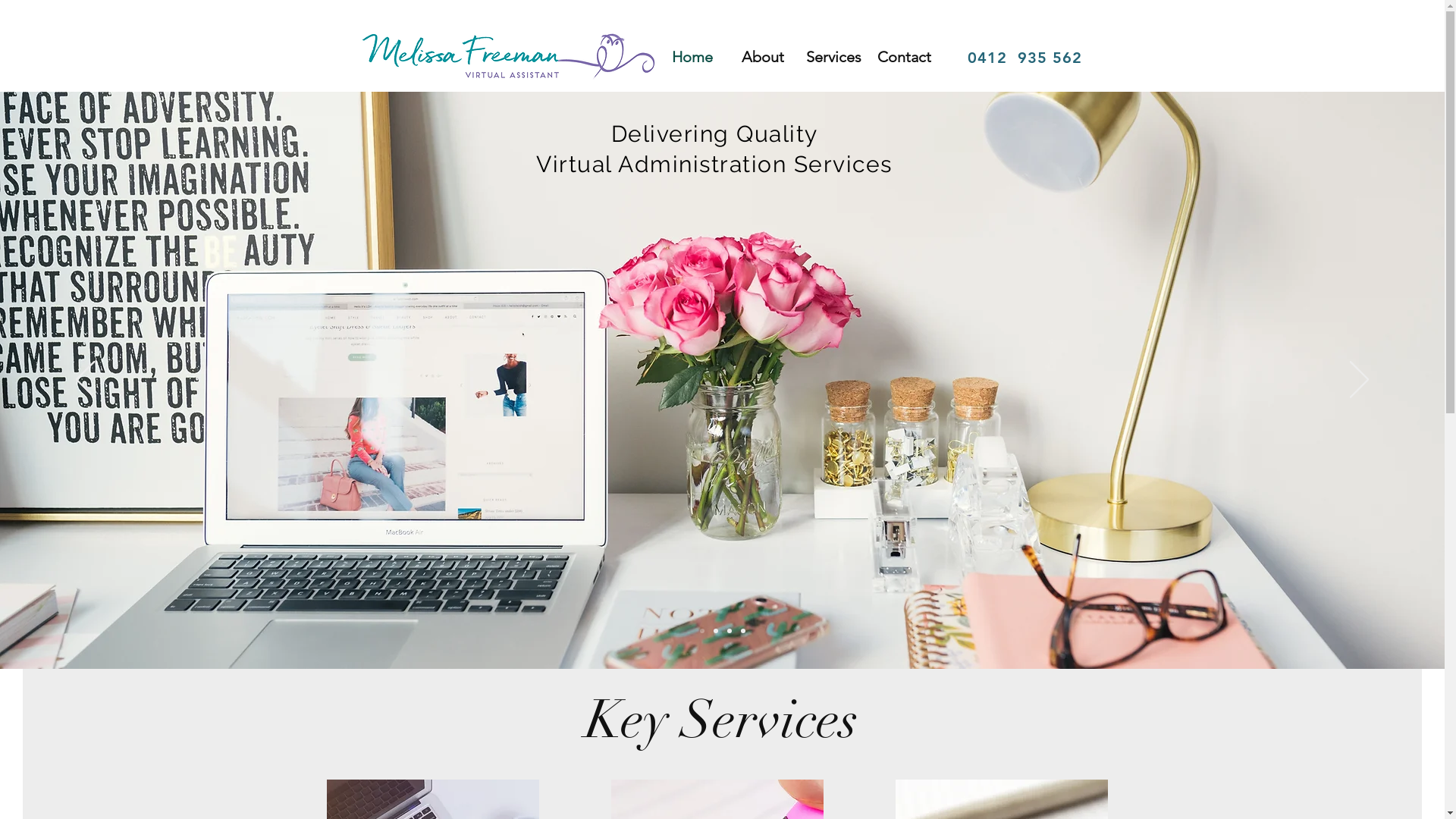 This screenshot has width=1456, height=819. What do you see at coordinates (763, 56) in the screenshot?
I see `'About'` at bounding box center [763, 56].